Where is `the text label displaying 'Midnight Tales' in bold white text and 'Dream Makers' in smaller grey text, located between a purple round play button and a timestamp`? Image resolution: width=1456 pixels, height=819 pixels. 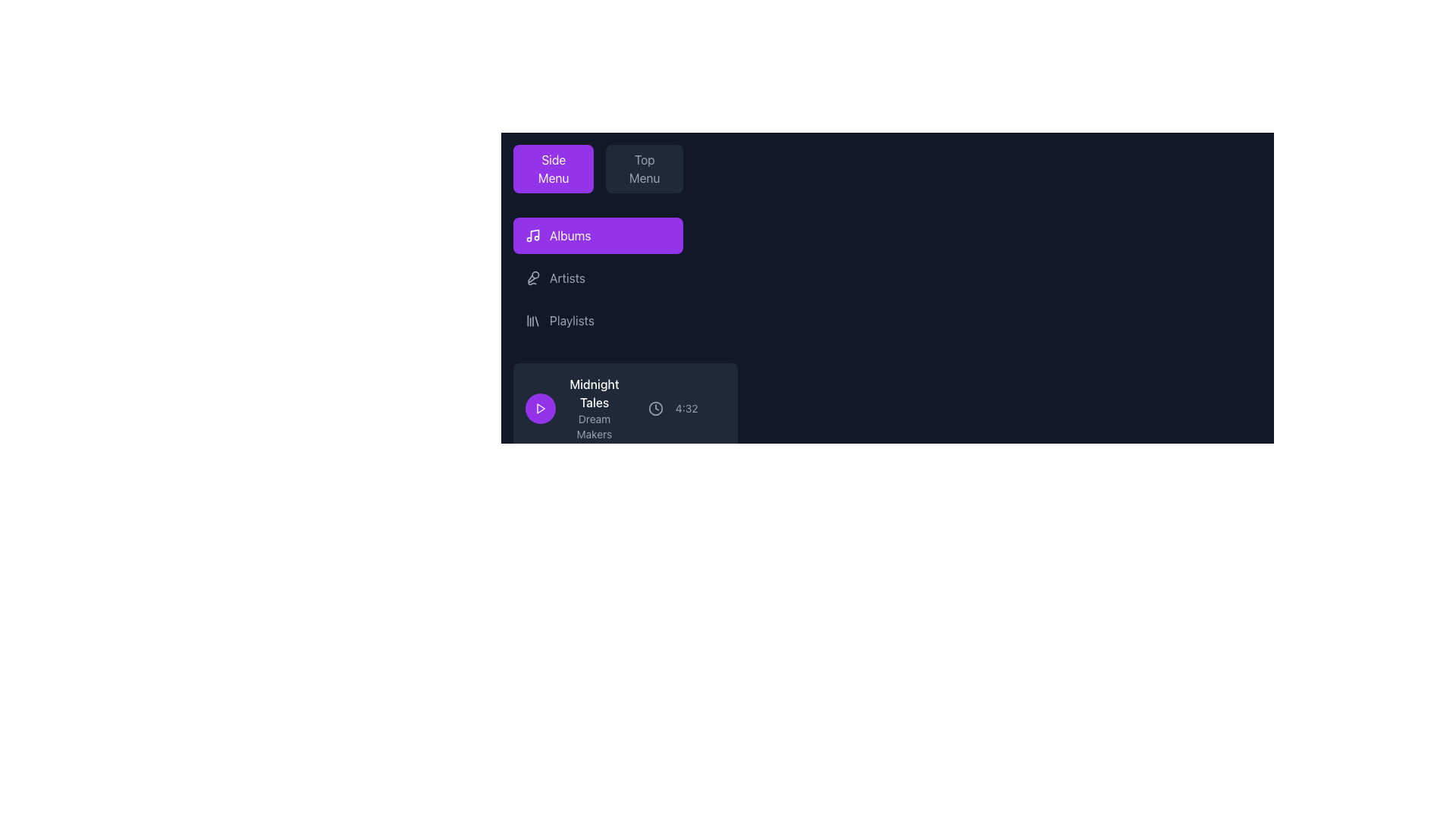
the text label displaying 'Midnight Tales' in bold white text and 'Dream Makers' in smaller grey text, located between a purple round play button and a timestamp is located at coordinates (572, 408).